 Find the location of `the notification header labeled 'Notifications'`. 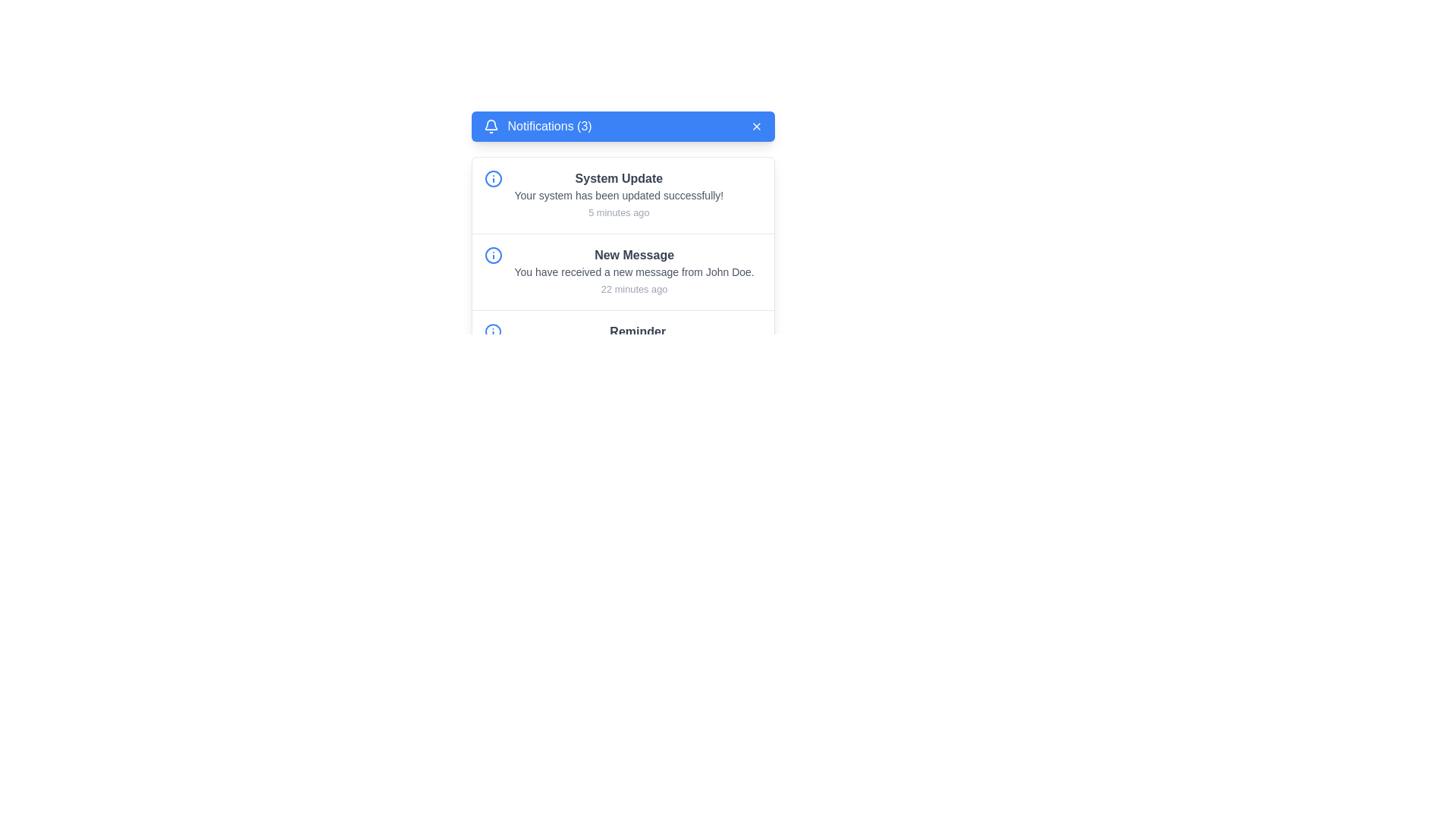

the notification header labeled 'Notifications' is located at coordinates (538, 125).